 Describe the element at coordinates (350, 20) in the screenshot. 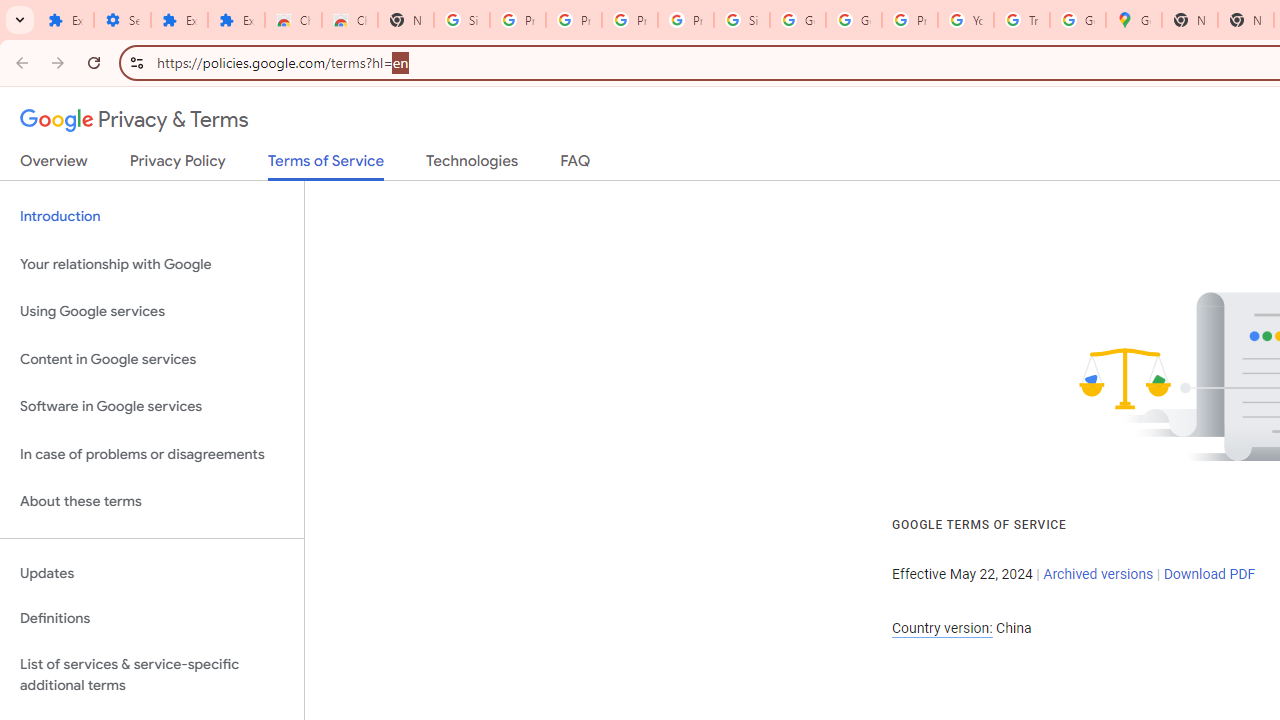

I see `'Chrome Web Store - Themes'` at that location.